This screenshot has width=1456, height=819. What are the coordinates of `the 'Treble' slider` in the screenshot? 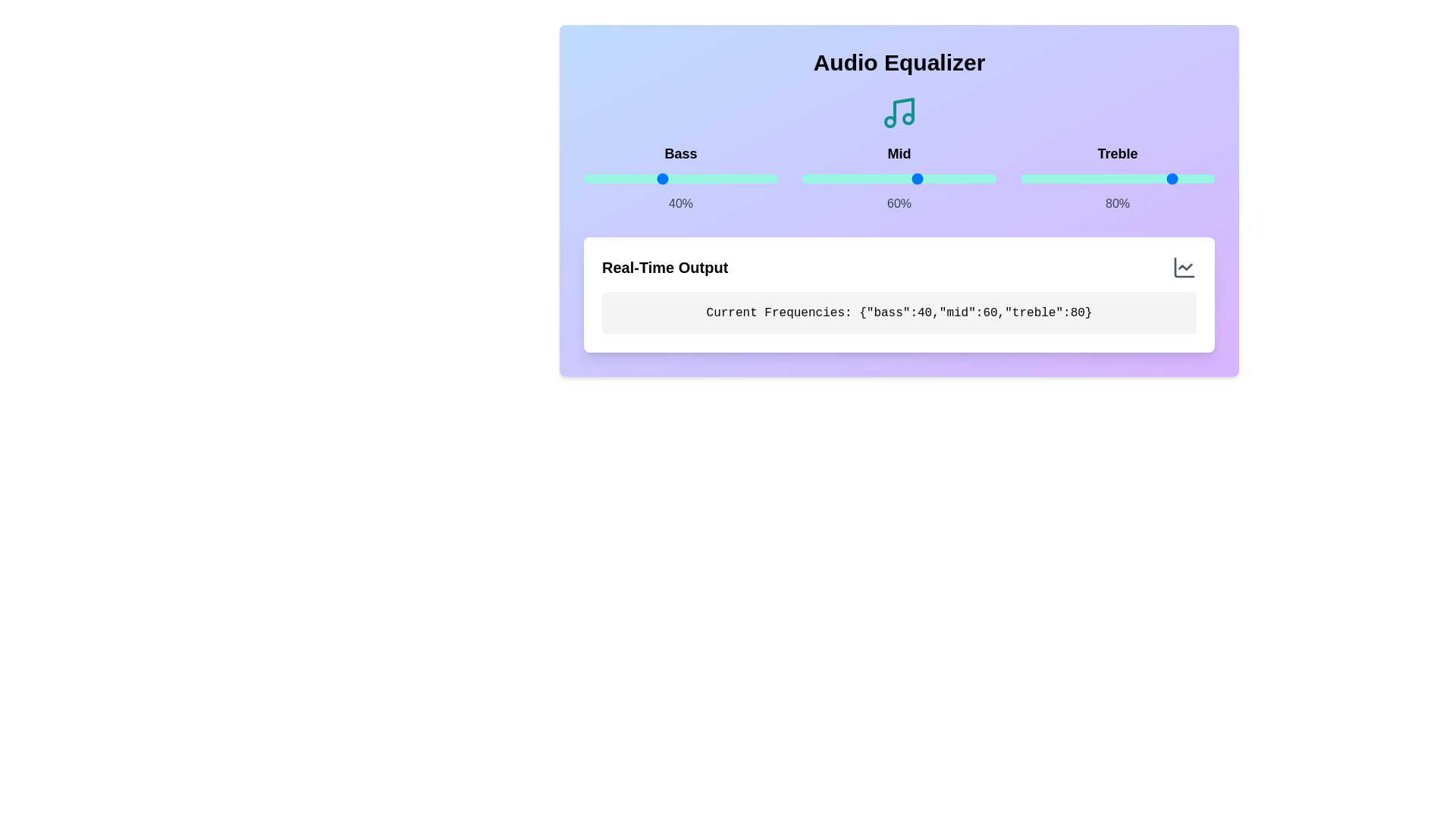 It's located at (1080, 177).